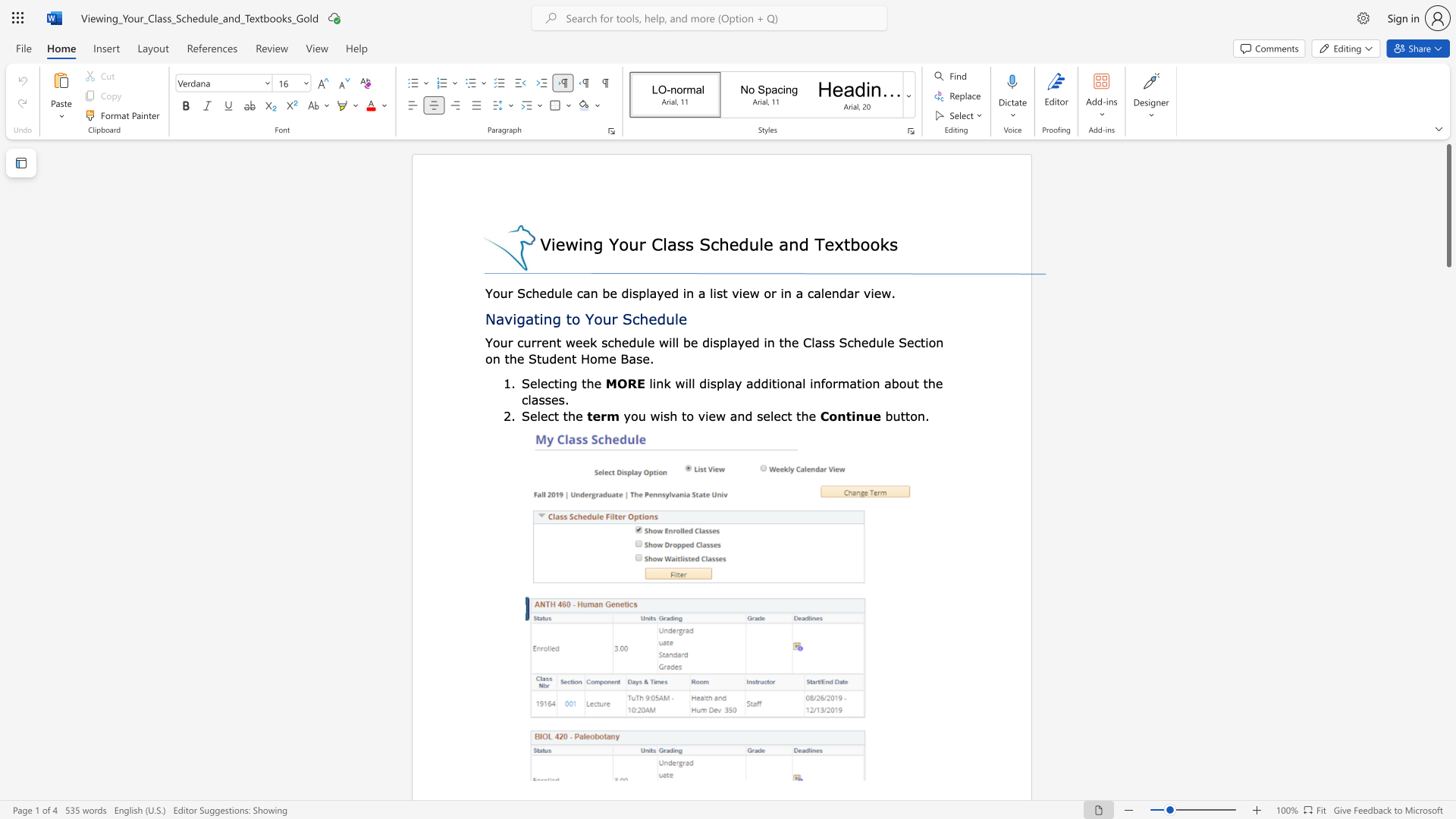 The width and height of the screenshot is (1456, 819). What do you see at coordinates (1448, 704) in the screenshot?
I see `the scrollbar to move the page downward` at bounding box center [1448, 704].